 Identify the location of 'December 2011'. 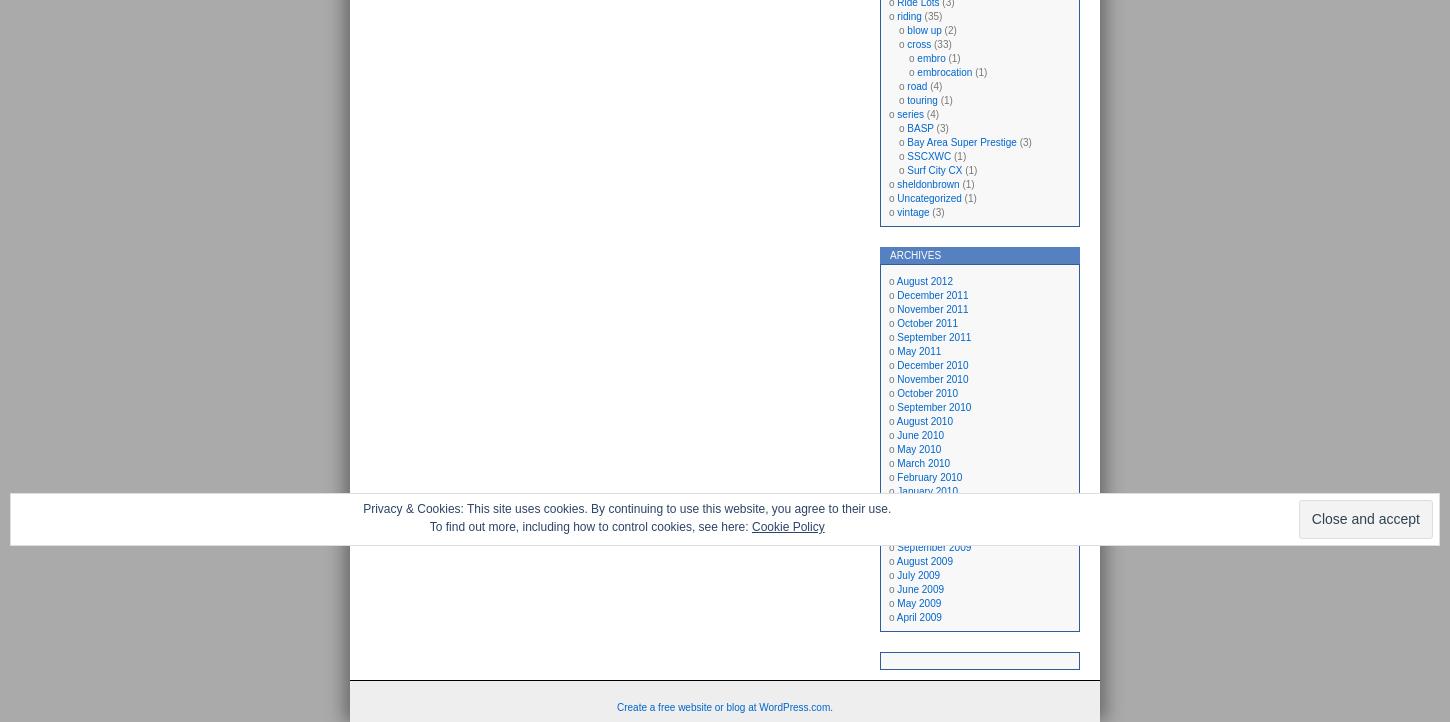
(931, 295).